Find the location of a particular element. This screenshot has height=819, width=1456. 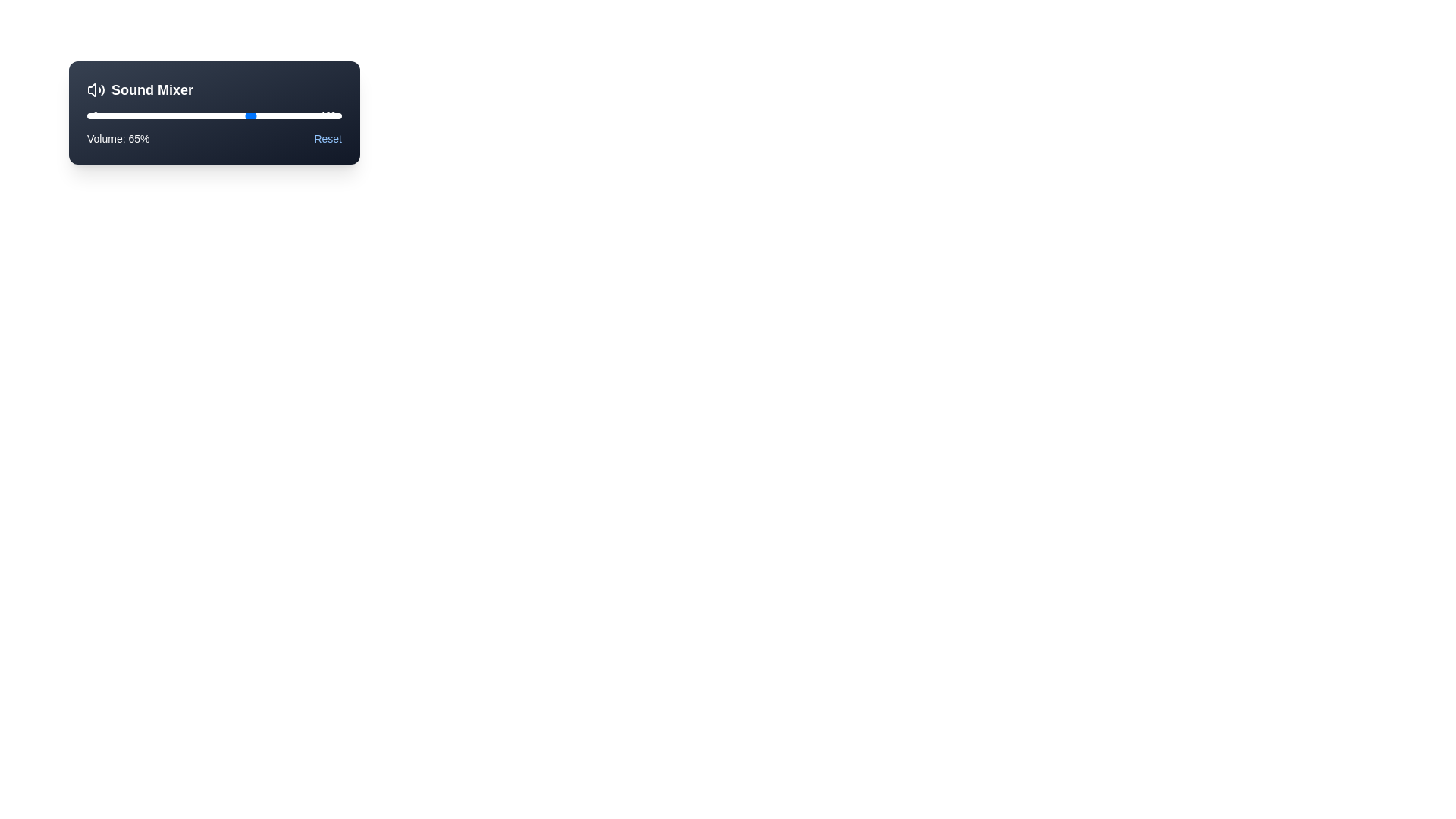

the slider to set the volume to 84% is located at coordinates (301, 115).